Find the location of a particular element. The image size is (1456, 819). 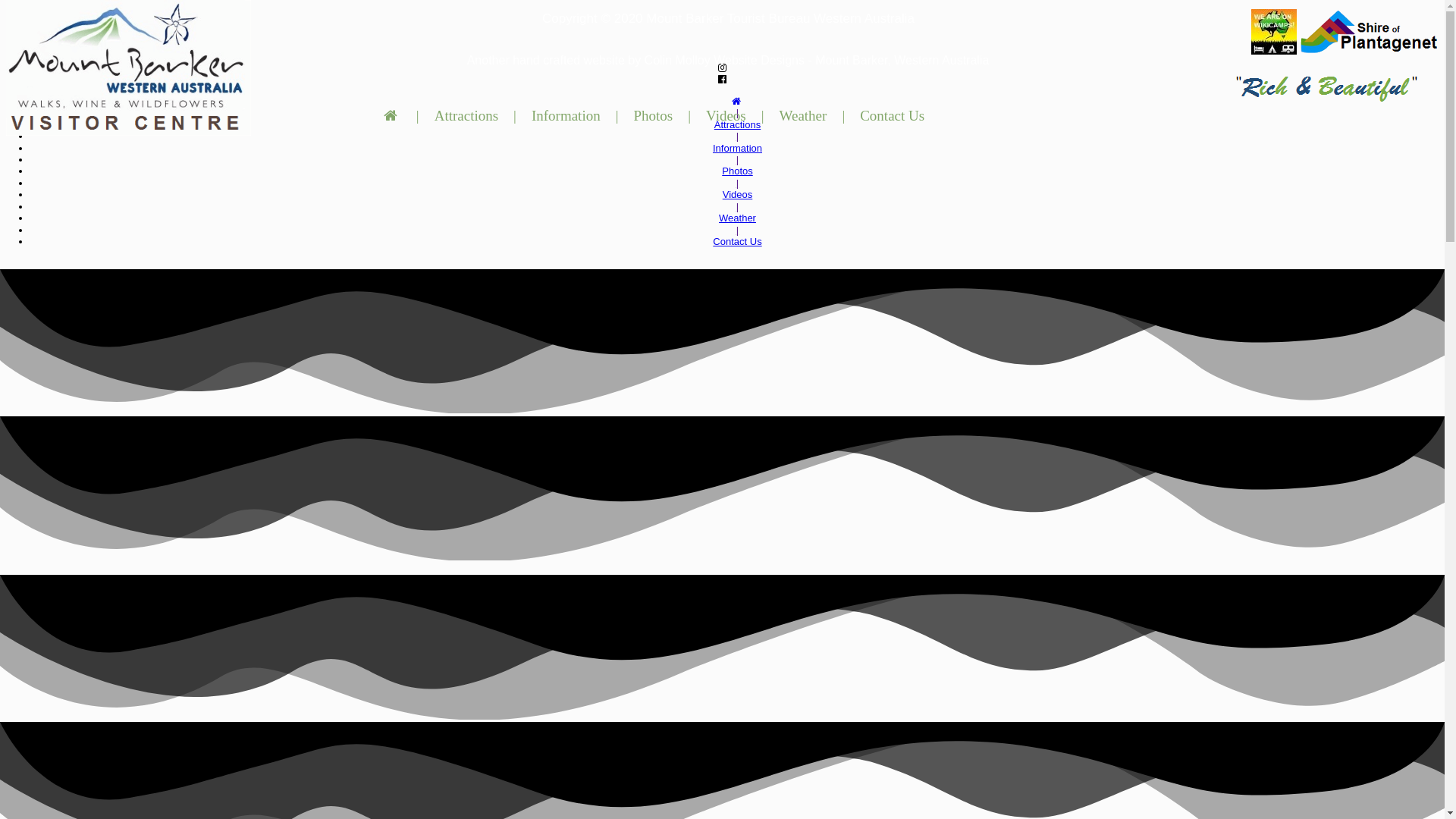

'|' is located at coordinates (843, 115).